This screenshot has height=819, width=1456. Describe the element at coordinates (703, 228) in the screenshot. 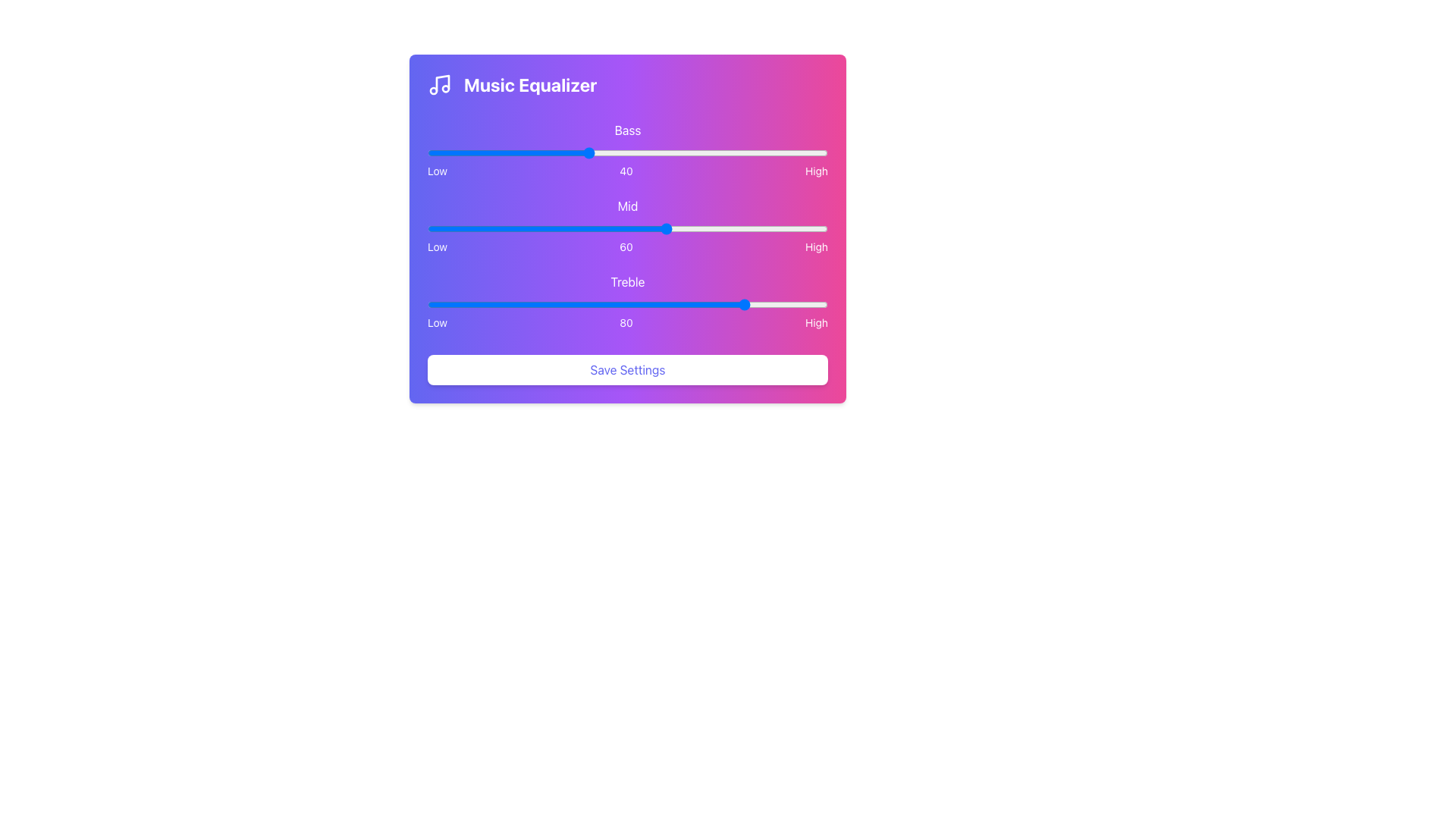

I see `the 'Mid' slider` at that location.